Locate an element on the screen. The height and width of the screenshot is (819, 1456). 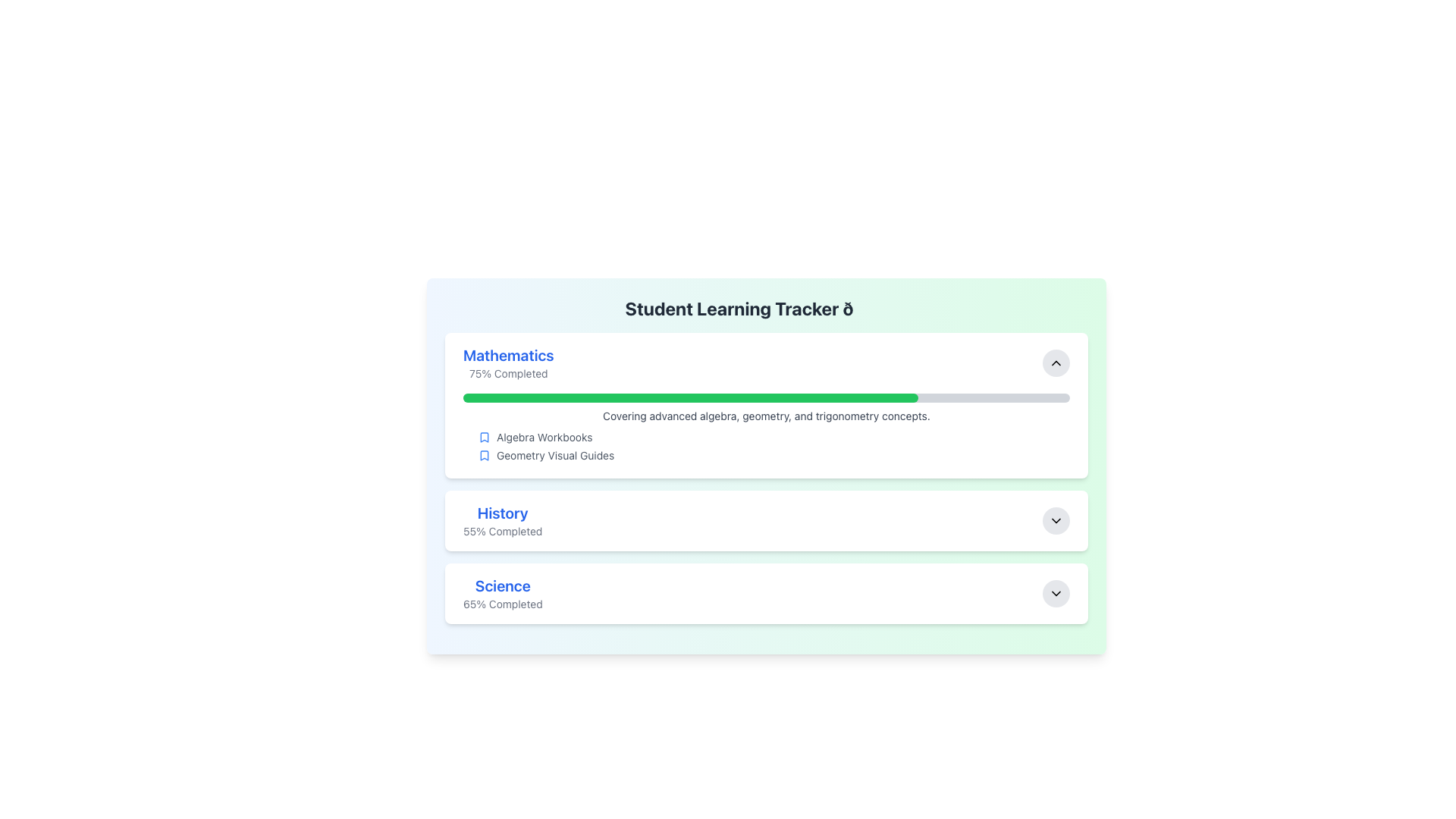
the text label styled for emphasis that serves as a title or descriptor for the section in the 'Student Learning Tracker' interface, located at the bottom-most section under 'Mathematics' and 'History' is located at coordinates (503, 585).